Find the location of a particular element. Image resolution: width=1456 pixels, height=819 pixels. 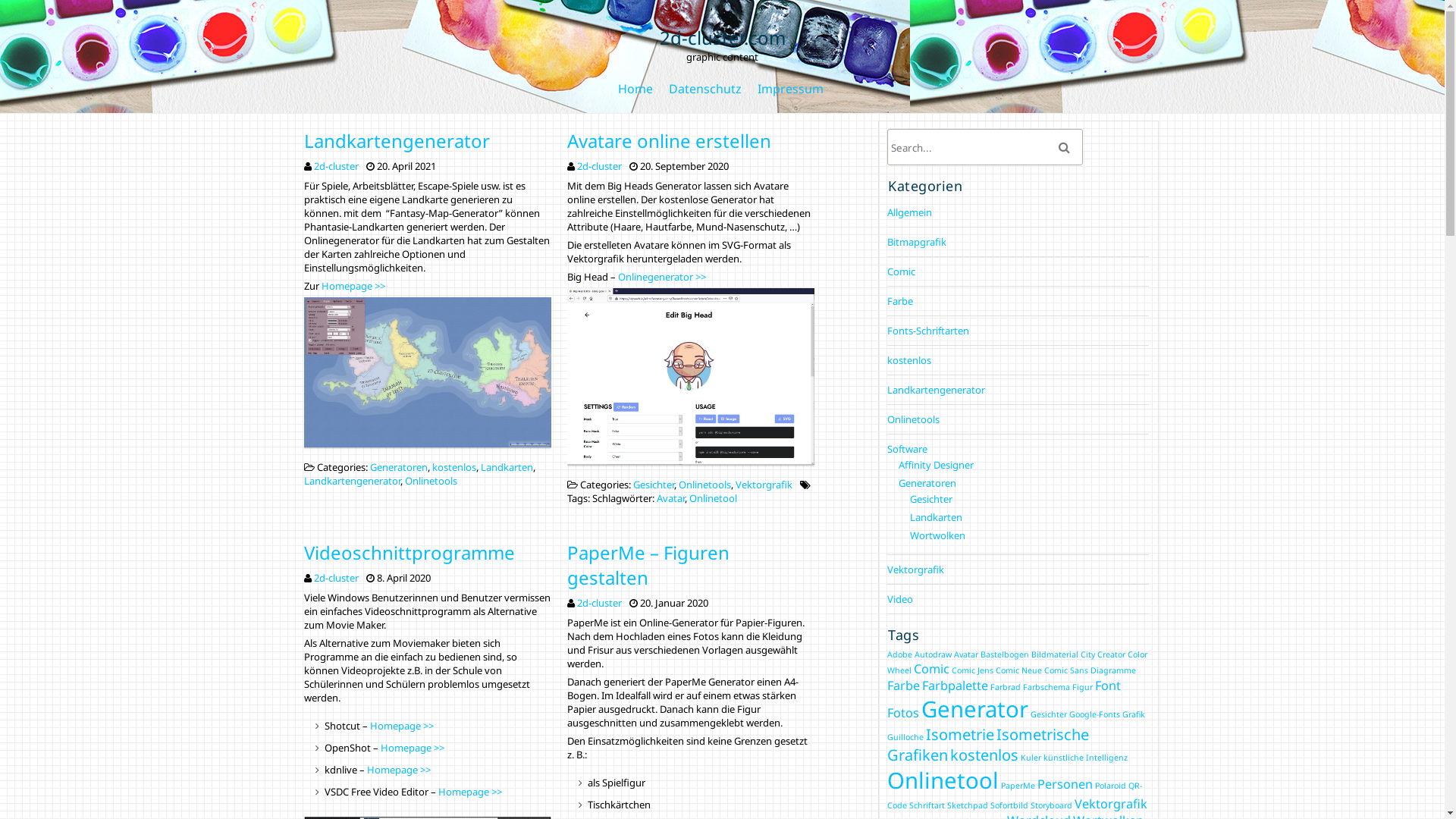

'Fotos' is located at coordinates (902, 713).